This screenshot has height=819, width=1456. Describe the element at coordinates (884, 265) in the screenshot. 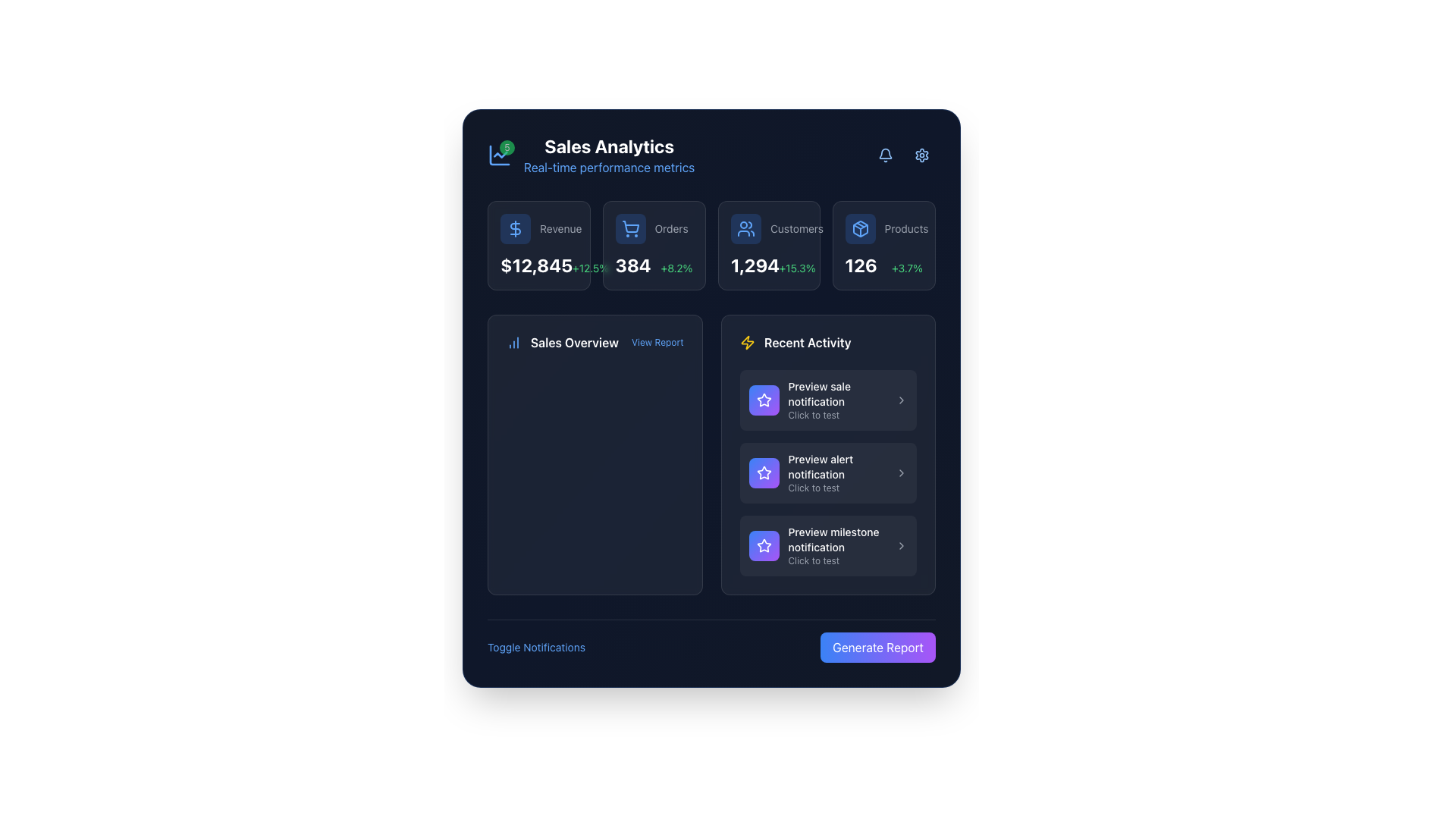

I see `metrics displayed in the text element showing '126' and '+3.7%' within the 'Products' card for understanding insights` at that location.